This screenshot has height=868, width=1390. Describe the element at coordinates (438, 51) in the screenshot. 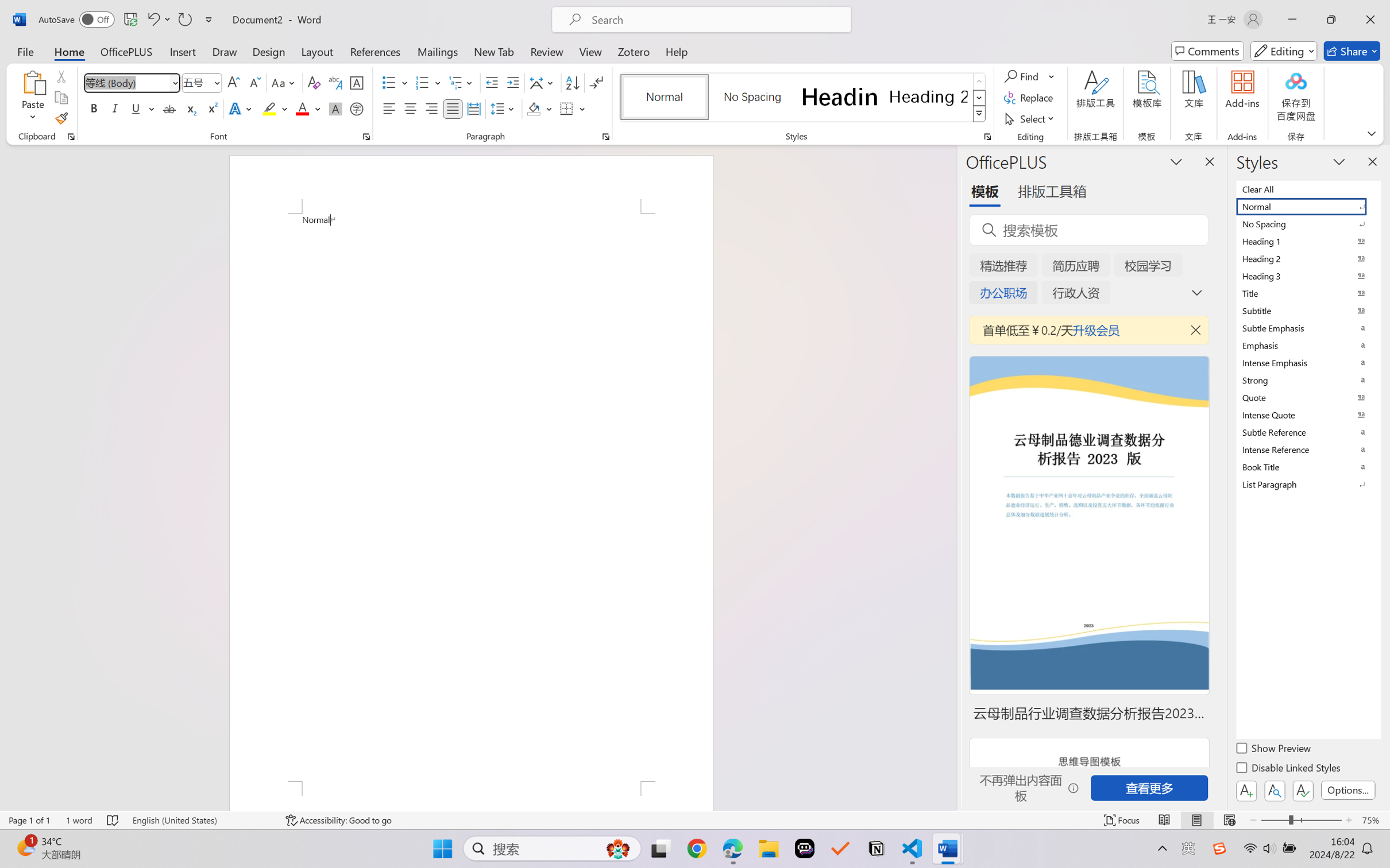

I see `'Mailings'` at that location.